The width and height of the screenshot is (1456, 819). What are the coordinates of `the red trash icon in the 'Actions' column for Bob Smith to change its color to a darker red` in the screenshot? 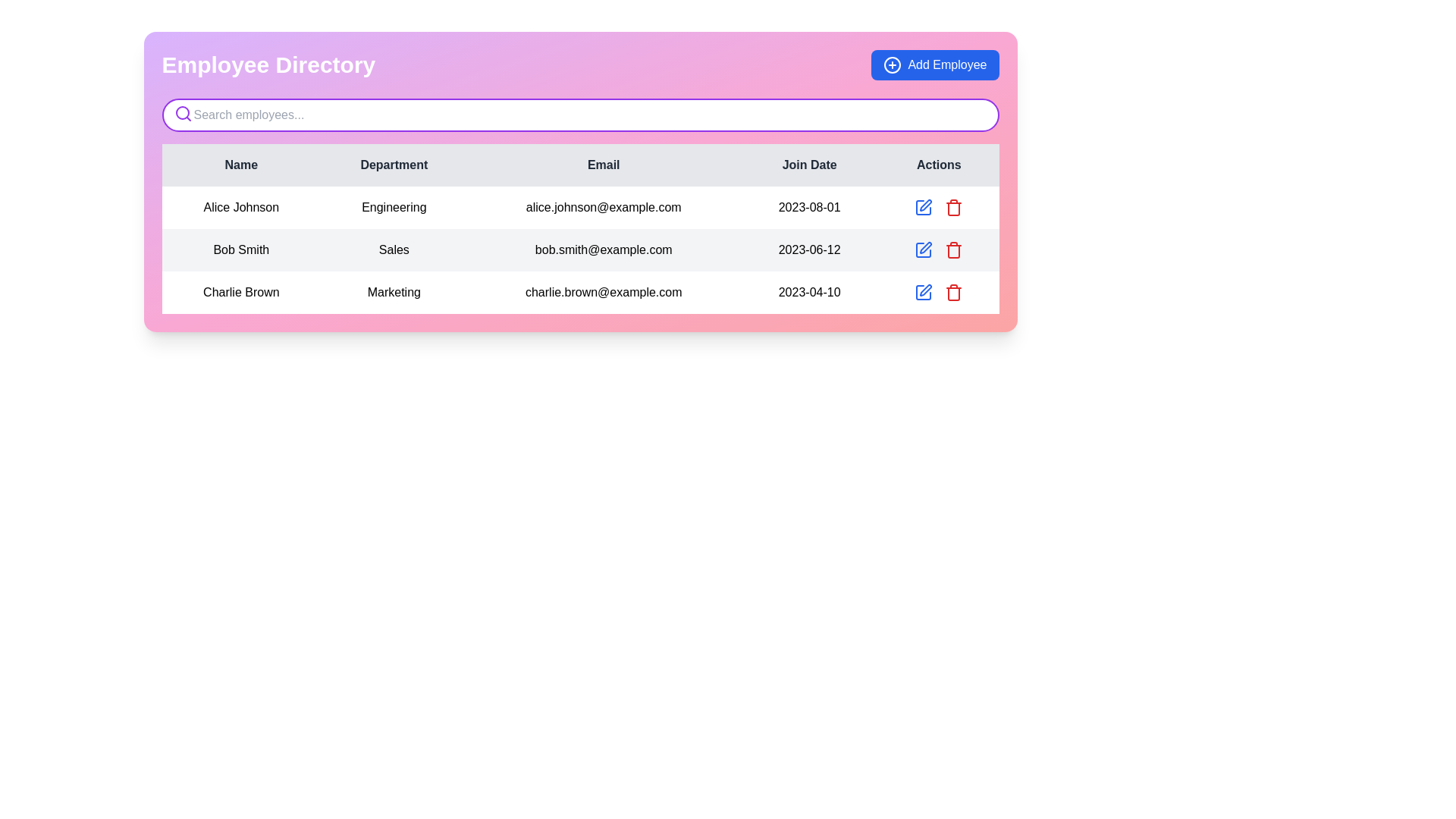 It's located at (953, 207).